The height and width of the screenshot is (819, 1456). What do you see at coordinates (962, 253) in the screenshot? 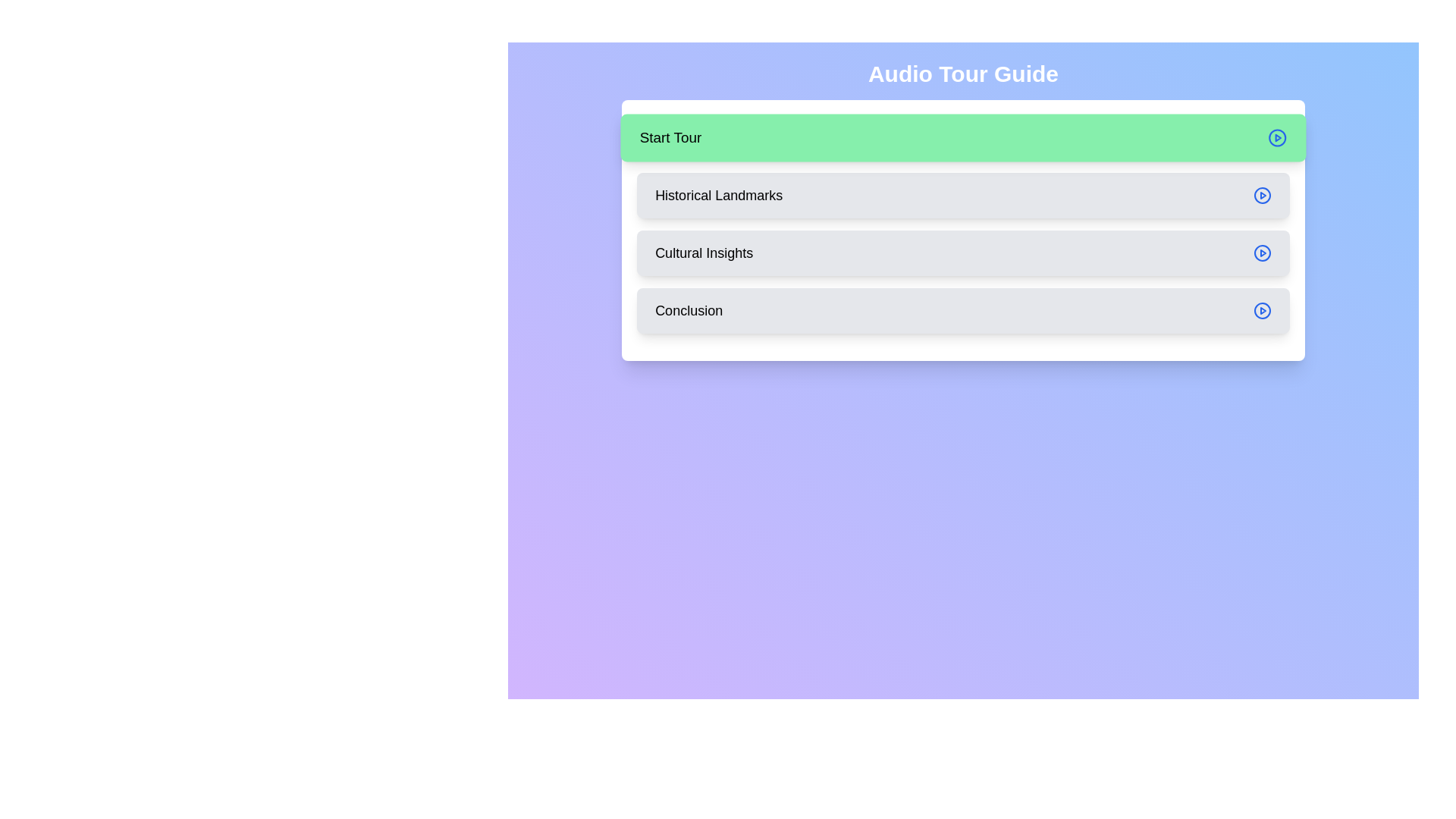
I see `the Cultural Insights step in the audio tour` at bounding box center [962, 253].